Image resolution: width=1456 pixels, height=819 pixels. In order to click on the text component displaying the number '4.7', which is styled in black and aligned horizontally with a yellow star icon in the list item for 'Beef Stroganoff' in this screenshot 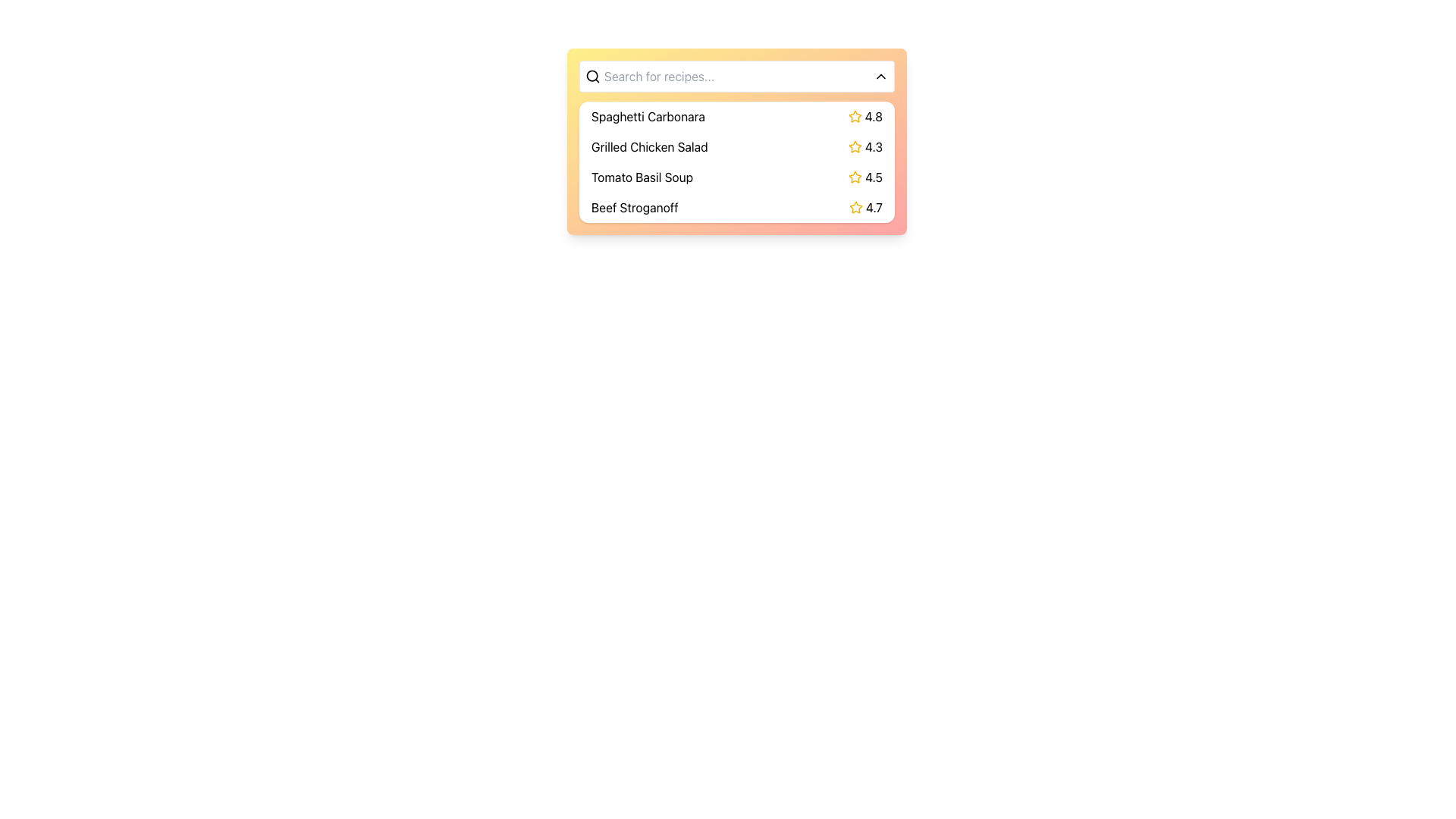, I will do `click(874, 207)`.